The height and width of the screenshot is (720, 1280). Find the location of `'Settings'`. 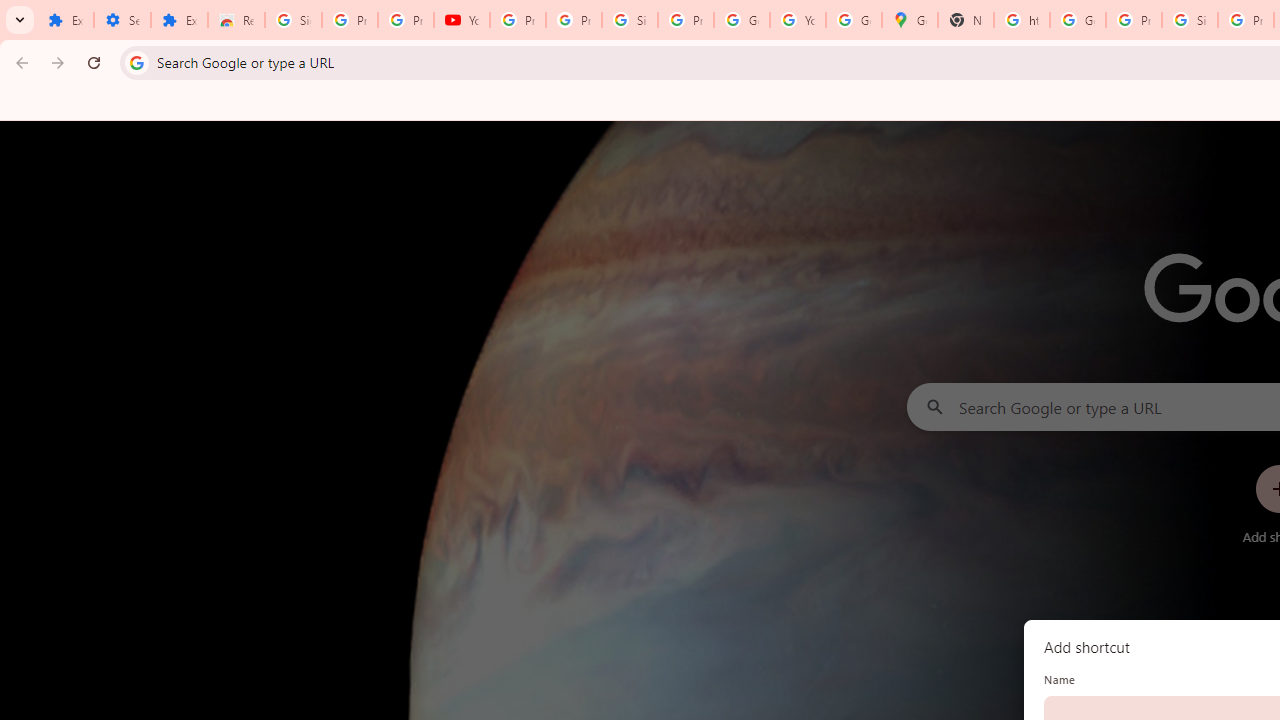

'Settings' is located at coordinates (121, 20).